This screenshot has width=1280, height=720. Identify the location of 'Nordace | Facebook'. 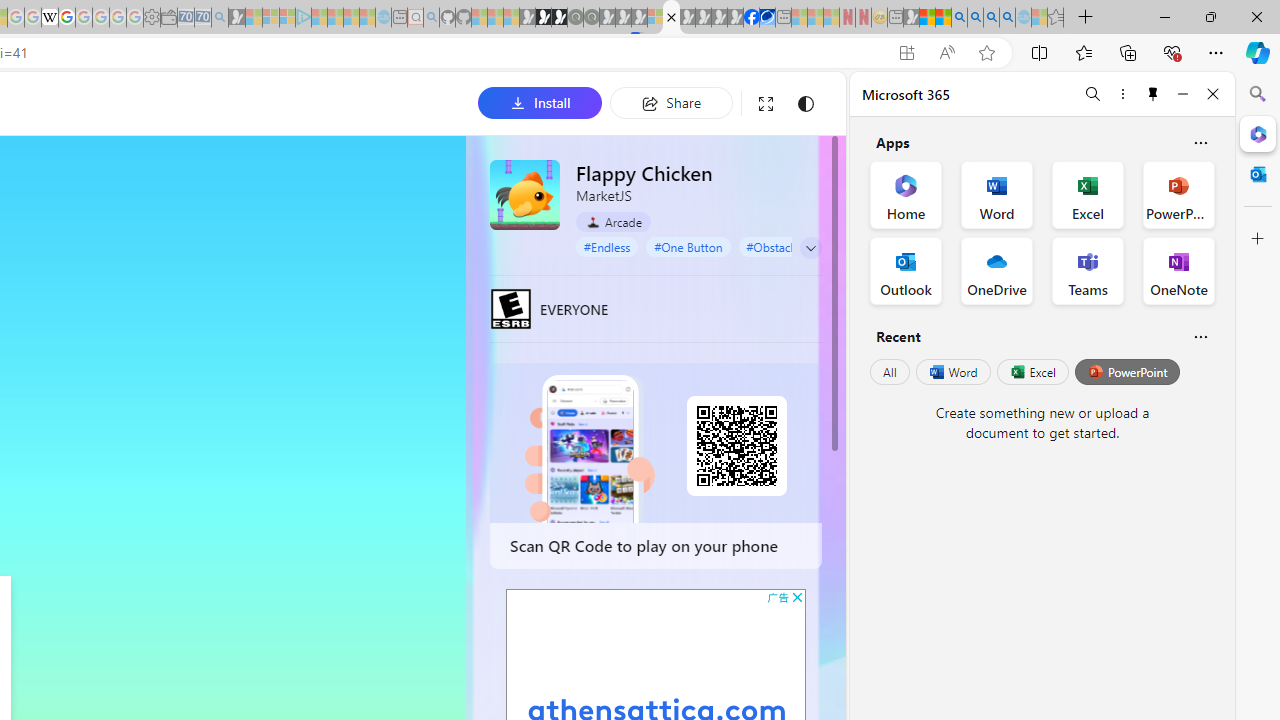
(750, 17).